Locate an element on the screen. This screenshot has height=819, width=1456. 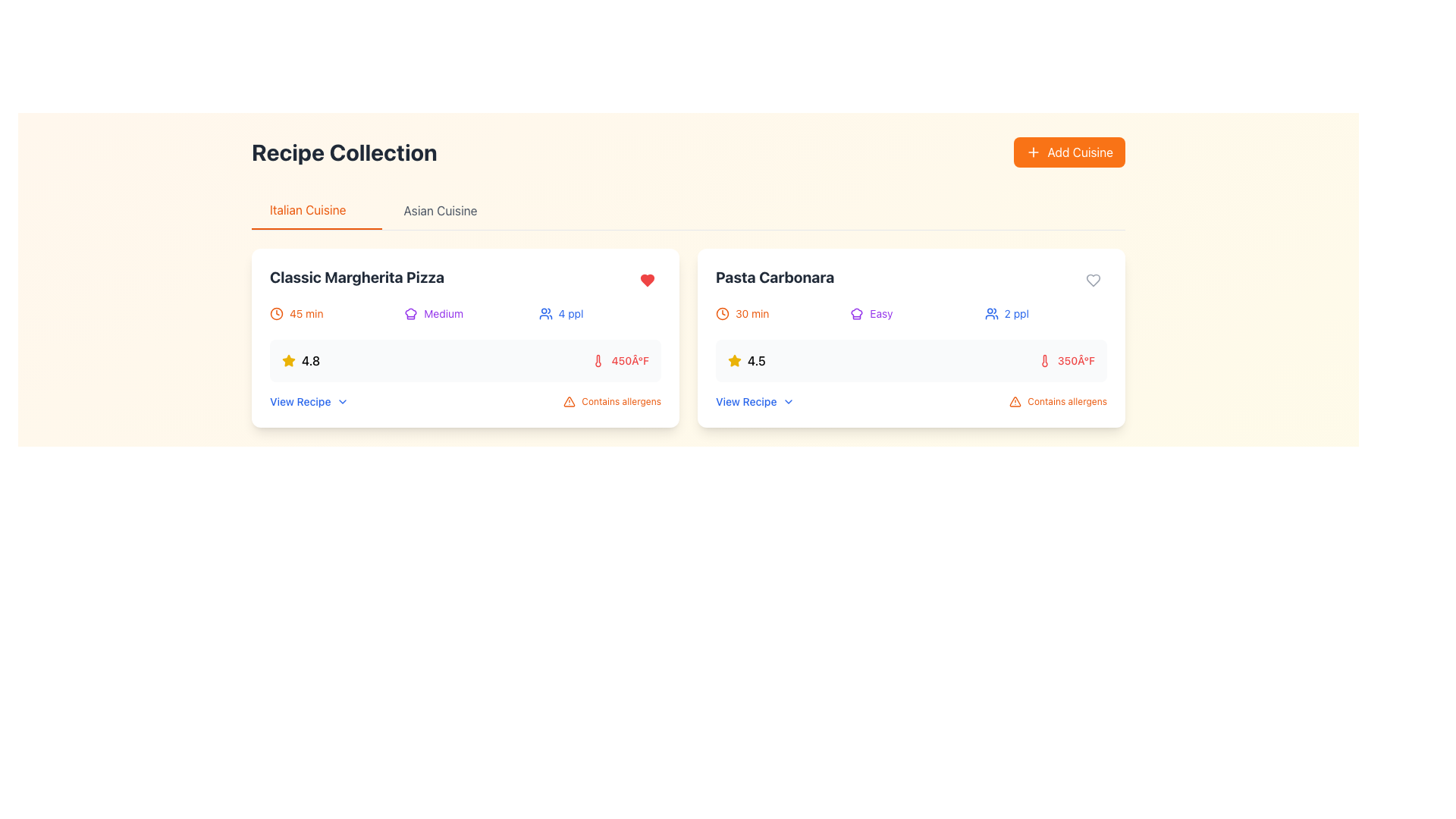
the user icon located in the blue text section displaying '4 ppl' within the recipe card for 'Classic Margherita Pizza', positioned to the right of the 'Medium' indicator is located at coordinates (545, 312).